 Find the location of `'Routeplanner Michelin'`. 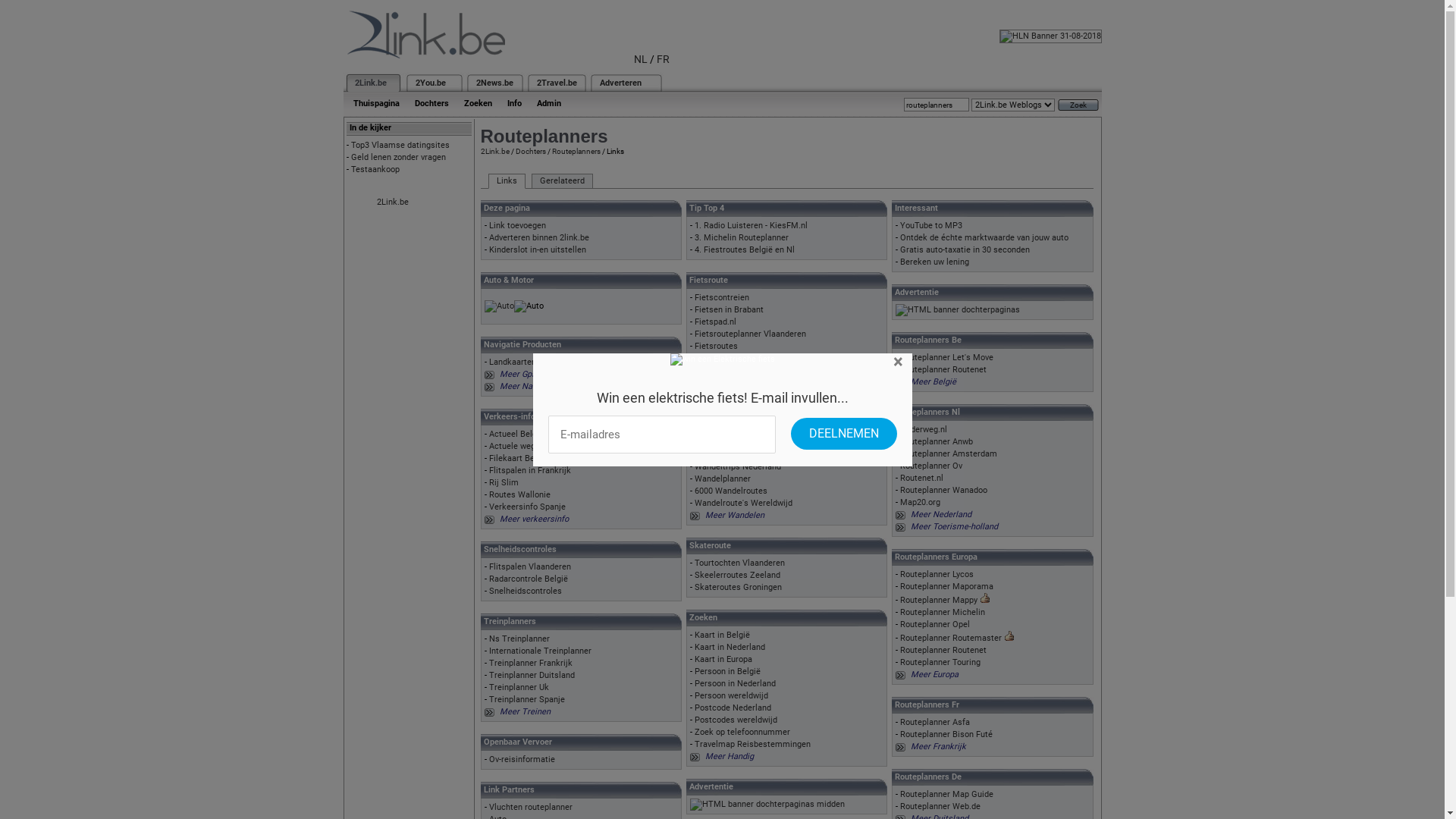

'Routeplanner Michelin' is located at coordinates (942, 611).